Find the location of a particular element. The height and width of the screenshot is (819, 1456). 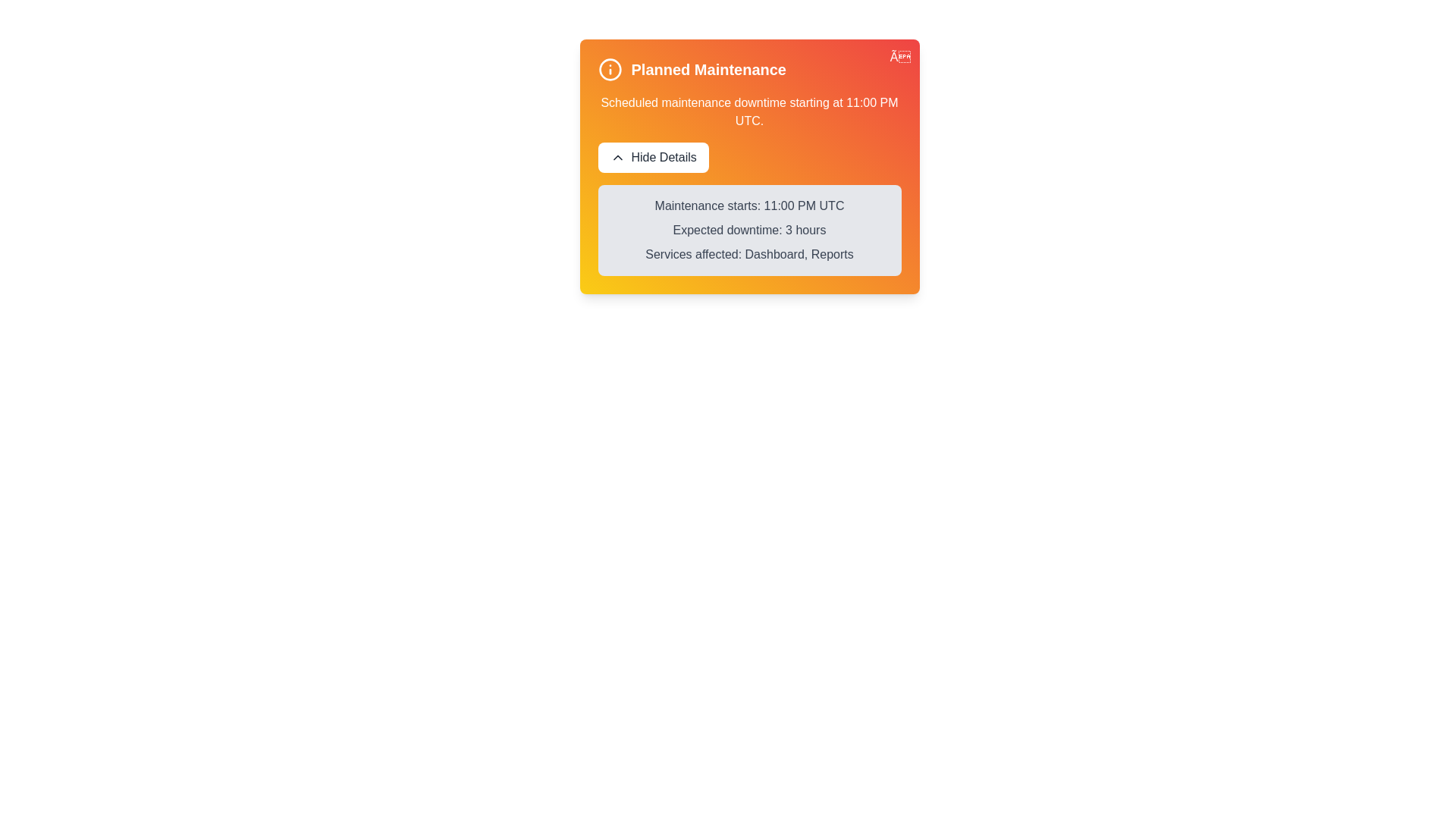

the 'Hide Details' button to toggle the visibility of additional details is located at coordinates (652, 158).